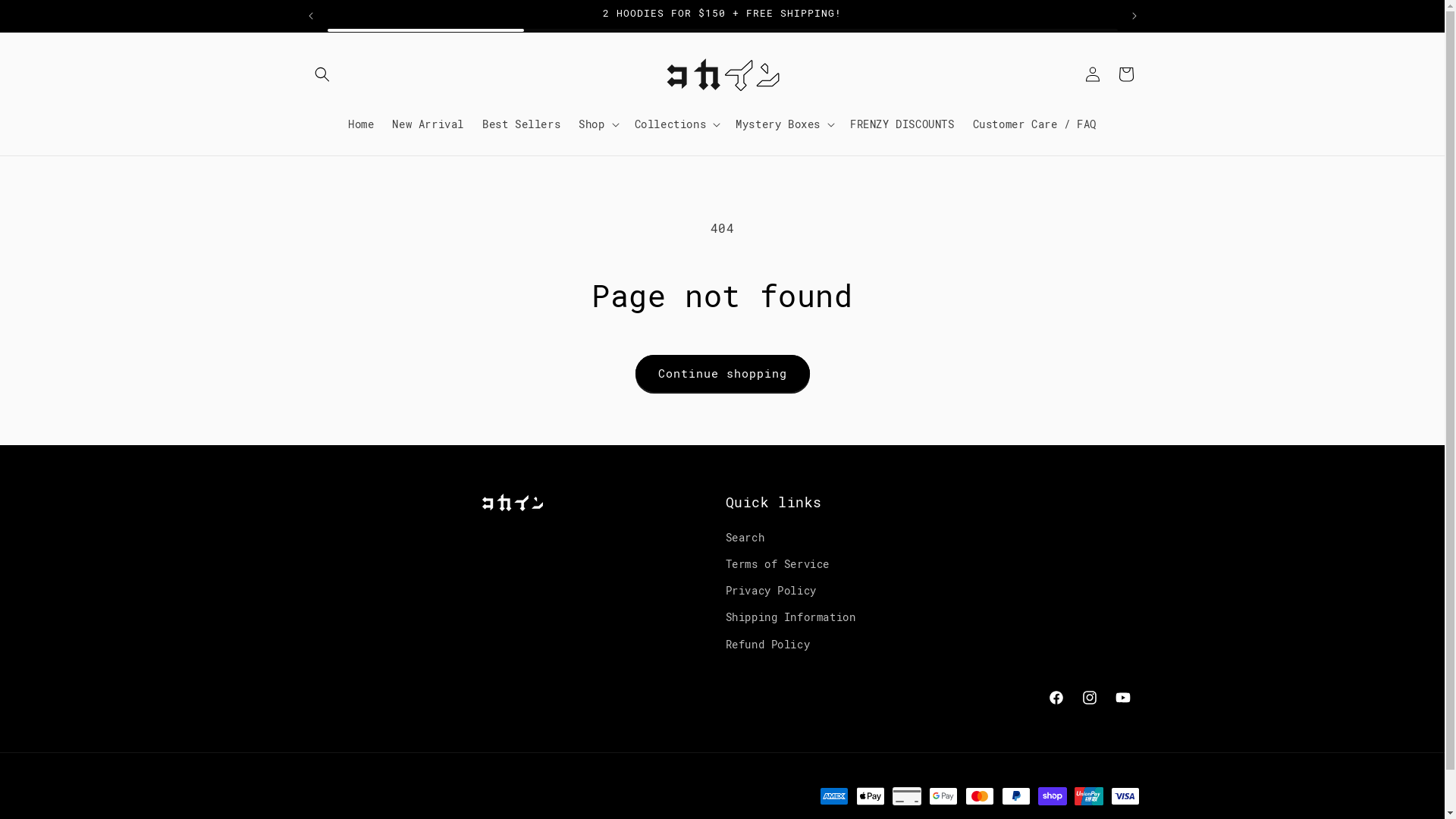  What do you see at coordinates (427, 122) in the screenshot?
I see `'New Arrival'` at bounding box center [427, 122].